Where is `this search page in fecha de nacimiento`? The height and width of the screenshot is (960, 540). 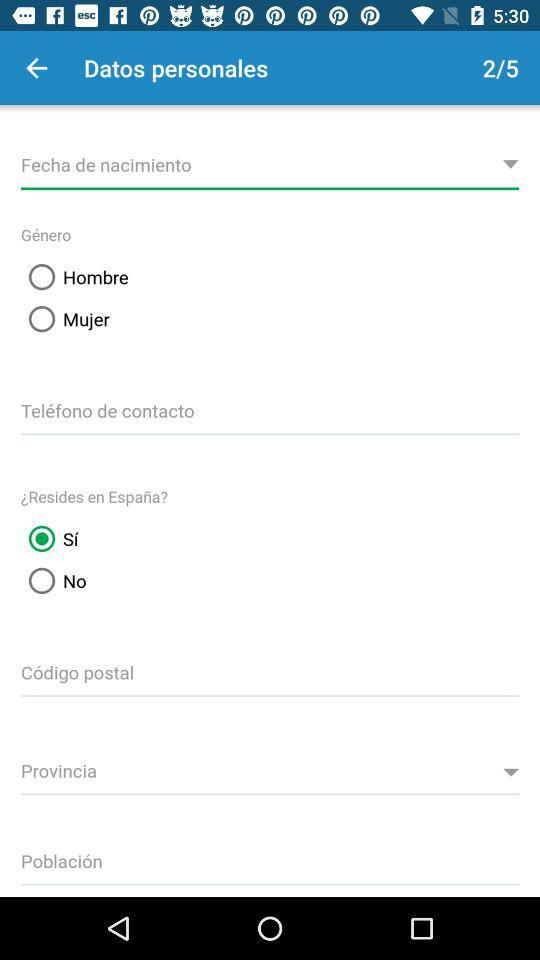 this search page in fecha de nacimiento is located at coordinates (270, 161).